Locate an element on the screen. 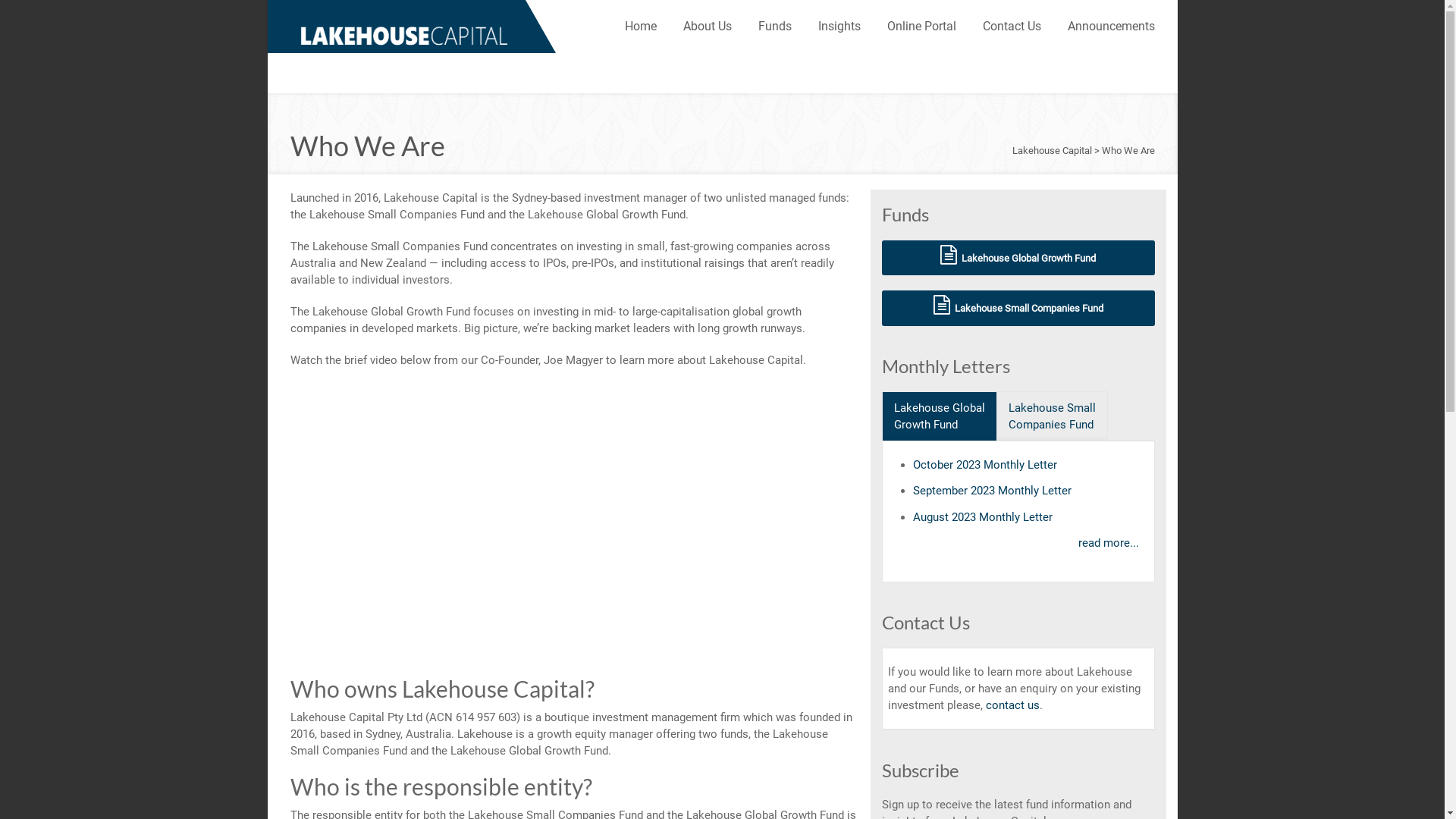  'contact us' is located at coordinates (986, 704).